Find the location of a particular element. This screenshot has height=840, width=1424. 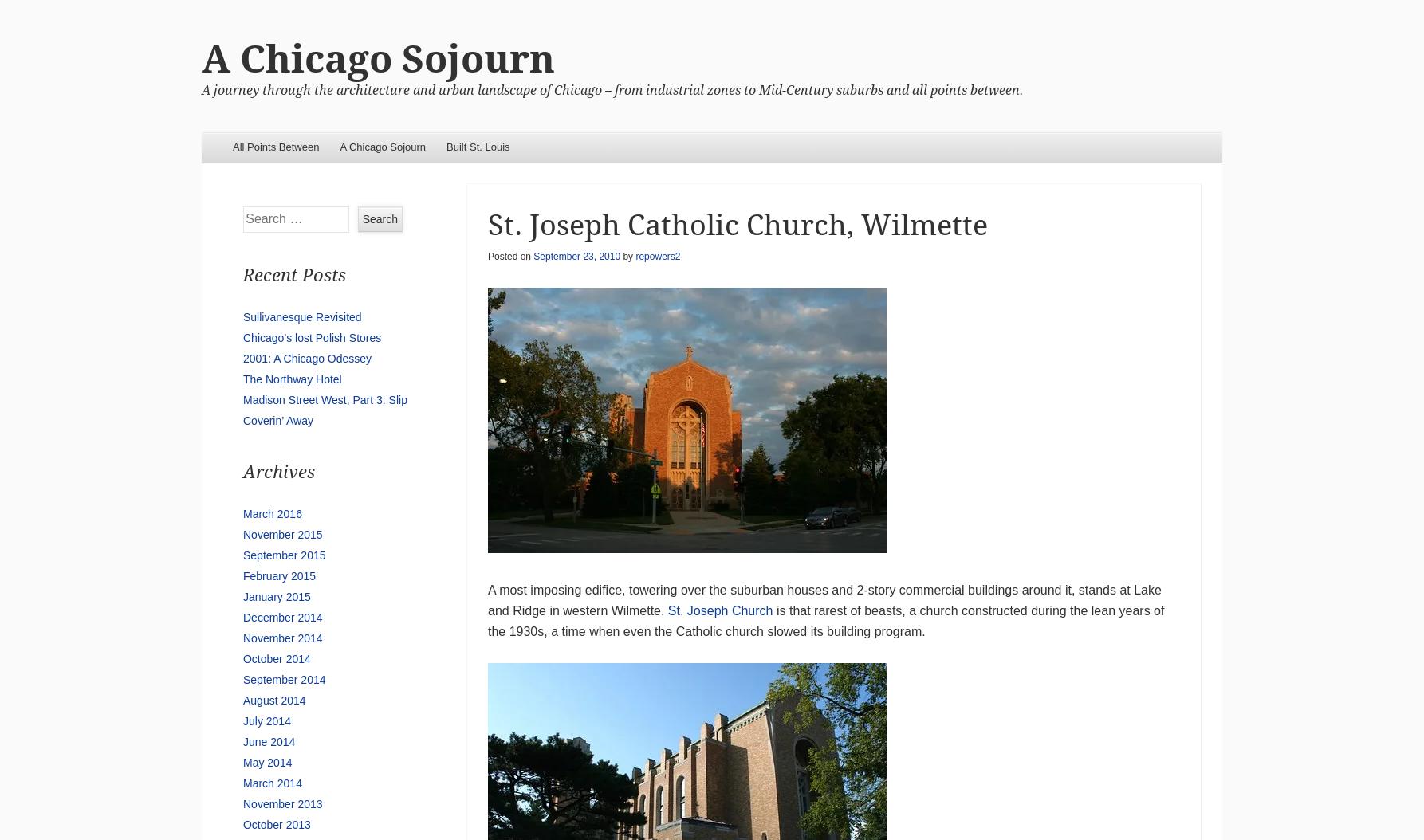

'2001: A Chicago Odessey' is located at coordinates (307, 358).